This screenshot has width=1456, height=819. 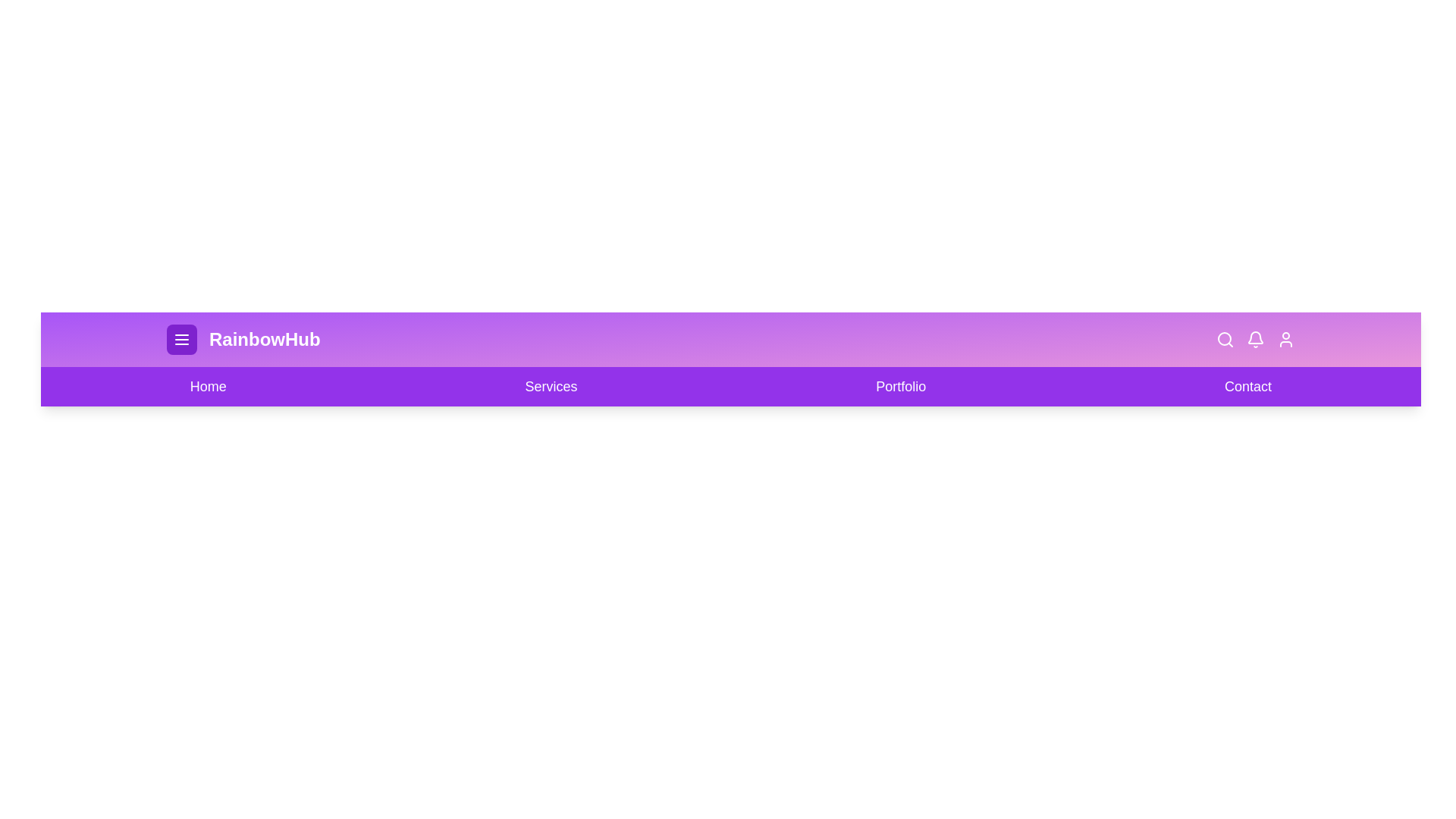 I want to click on the navigation link labeled 'Contact' to navigate to the corresponding section, so click(x=1248, y=385).